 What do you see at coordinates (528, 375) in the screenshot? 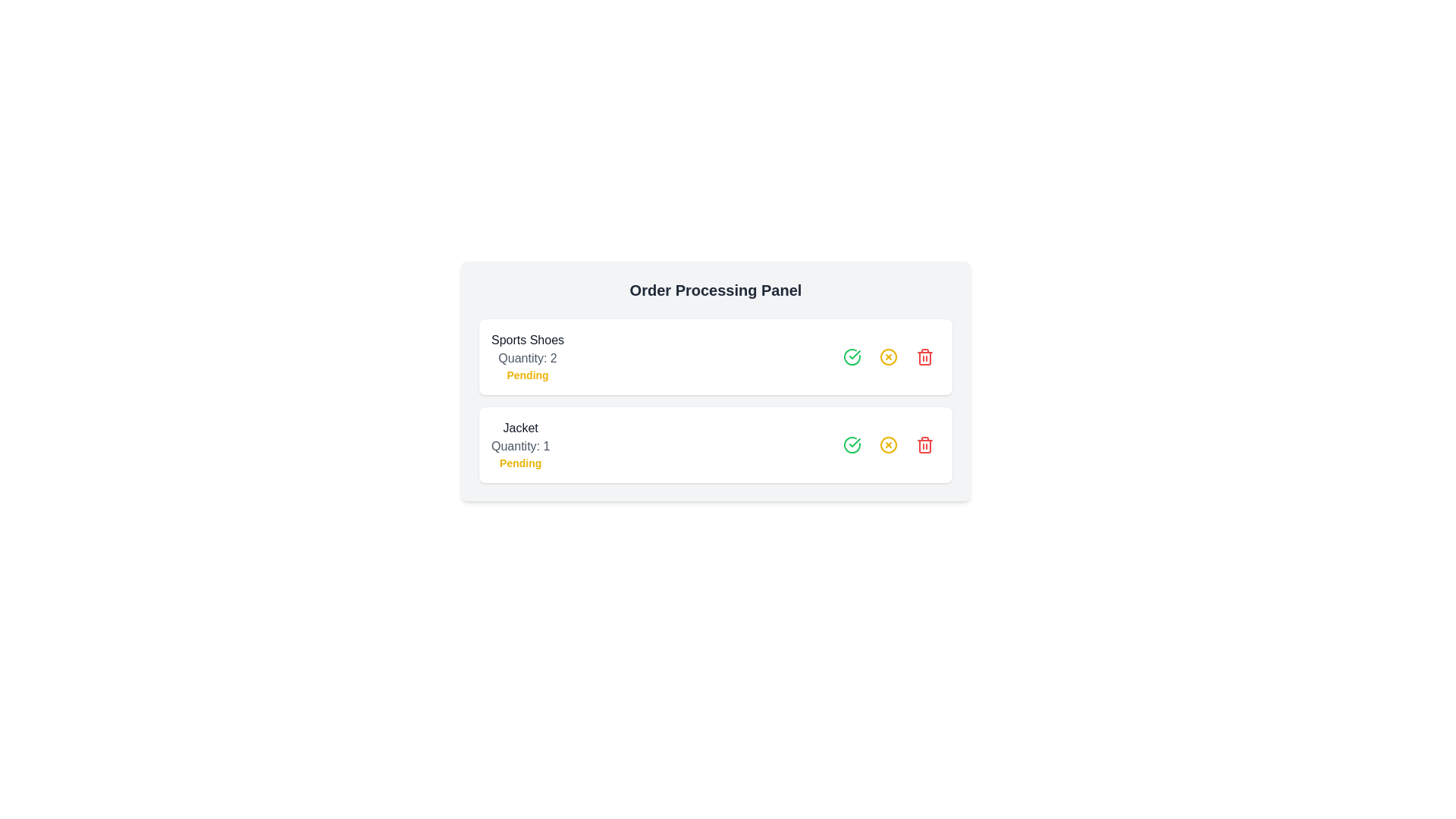
I see `status indicator text 'Pending' located beneath the 'Quantity: 2' text in the 'Sports Shoes' list item` at bounding box center [528, 375].